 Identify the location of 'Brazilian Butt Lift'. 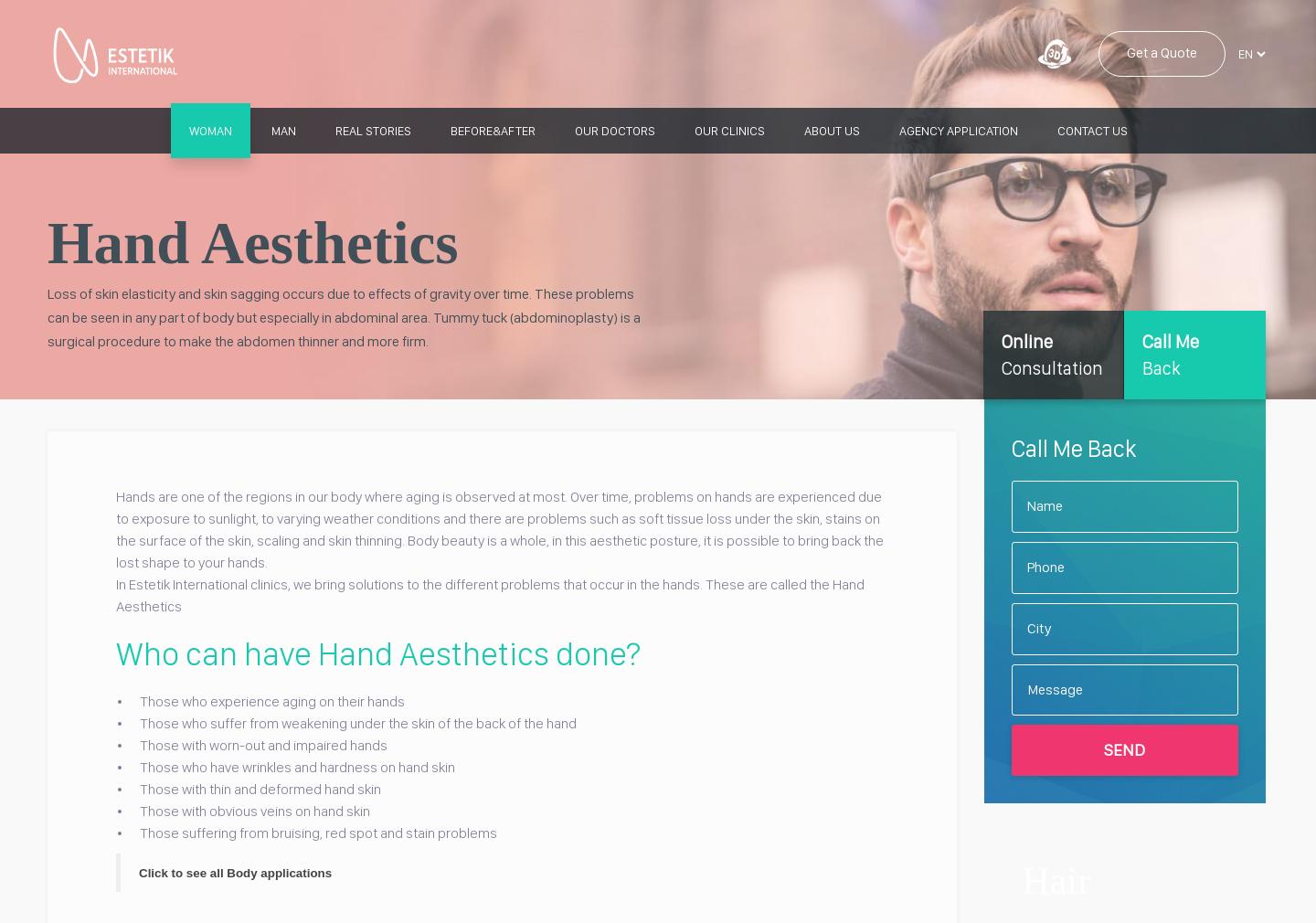
(597, 229).